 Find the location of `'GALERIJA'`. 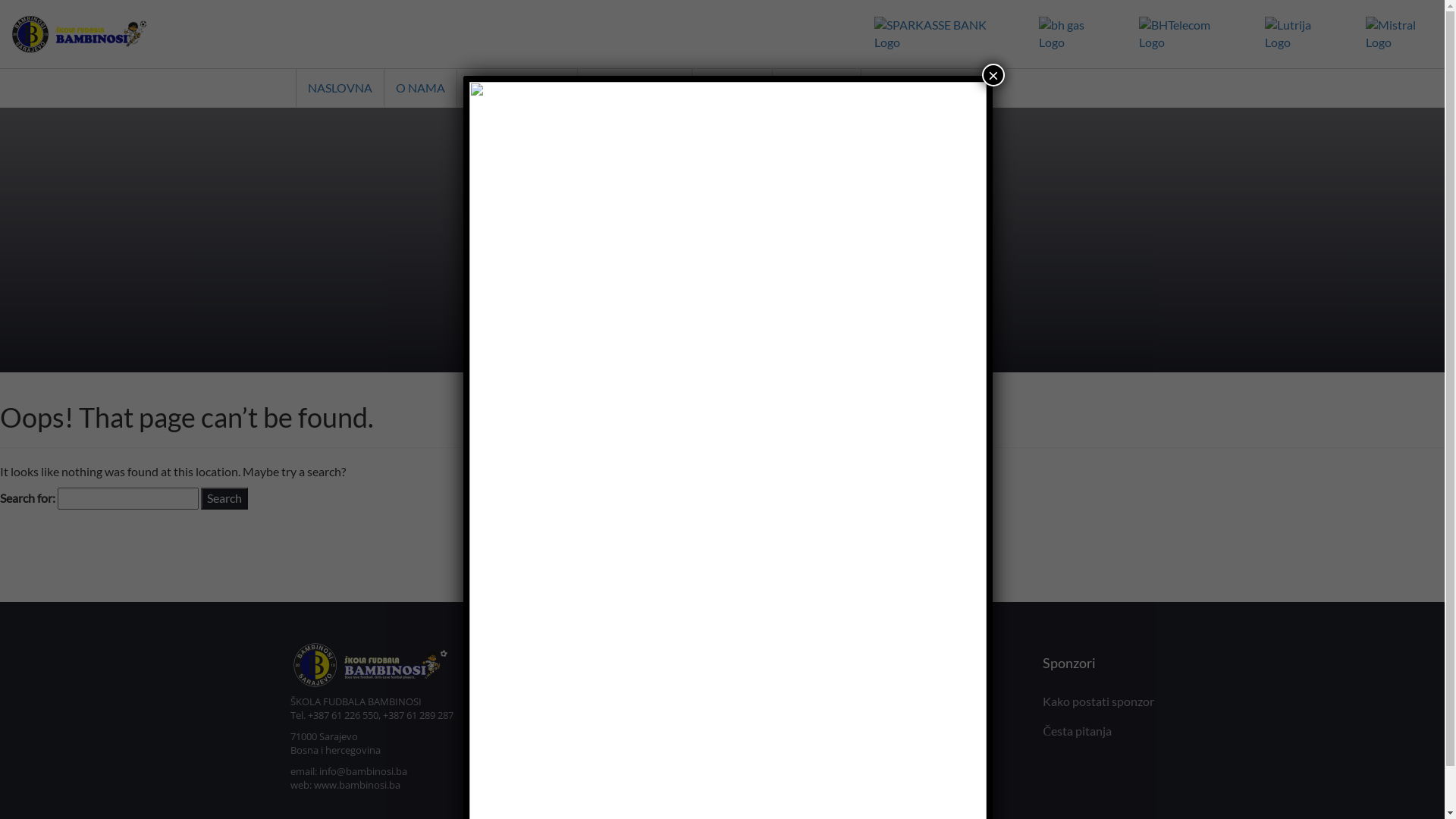

'GALERIJA' is located at coordinates (815, 87).